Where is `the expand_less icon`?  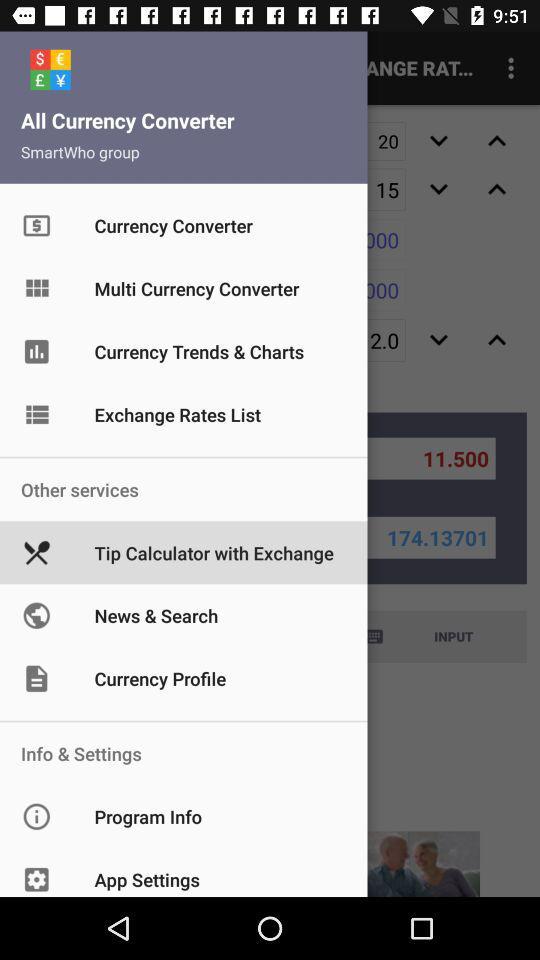
the expand_less icon is located at coordinates (496, 340).